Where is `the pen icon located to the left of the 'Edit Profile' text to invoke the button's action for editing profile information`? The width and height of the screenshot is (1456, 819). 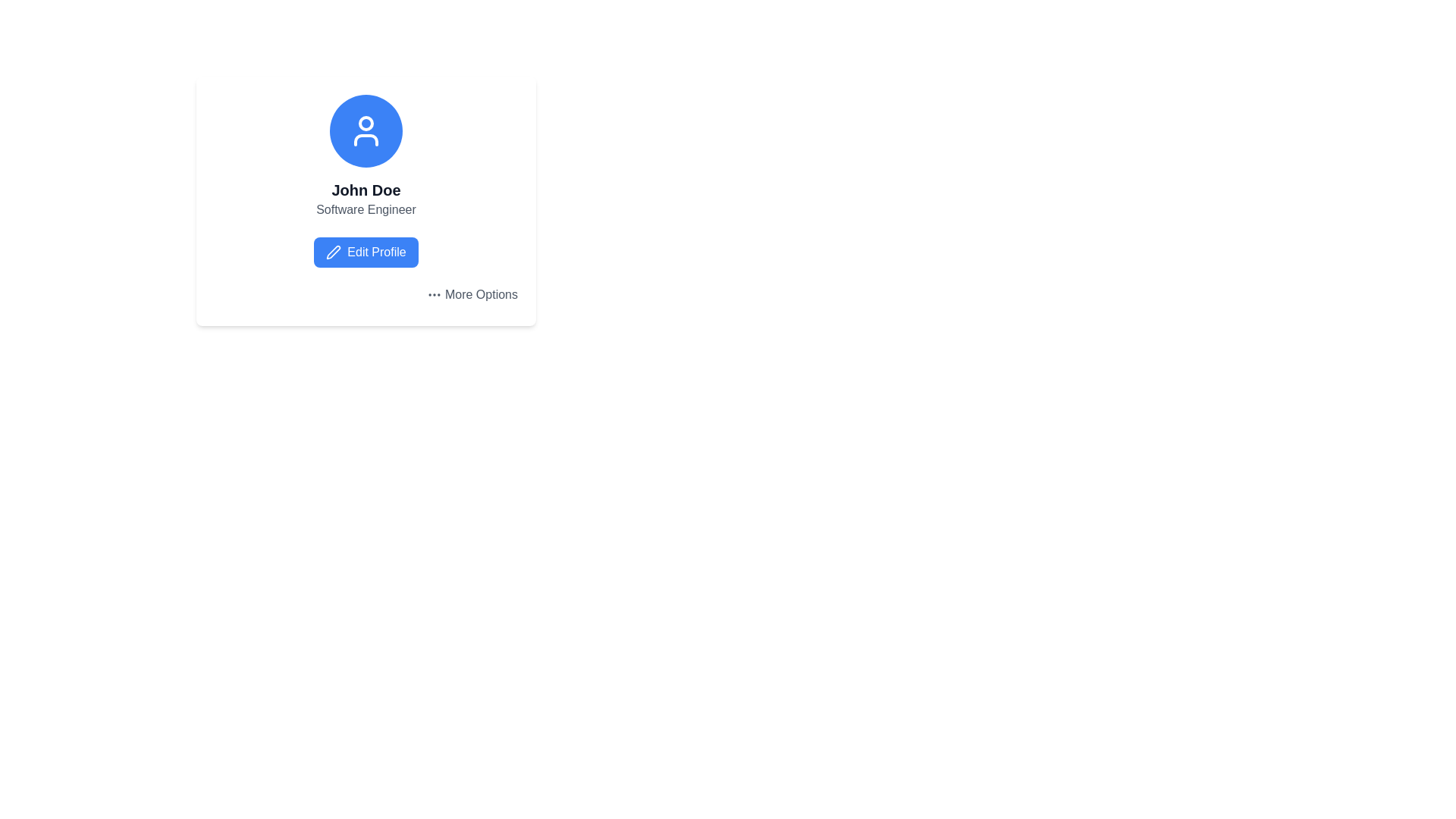 the pen icon located to the left of the 'Edit Profile' text to invoke the button's action for editing profile information is located at coordinates (333, 251).